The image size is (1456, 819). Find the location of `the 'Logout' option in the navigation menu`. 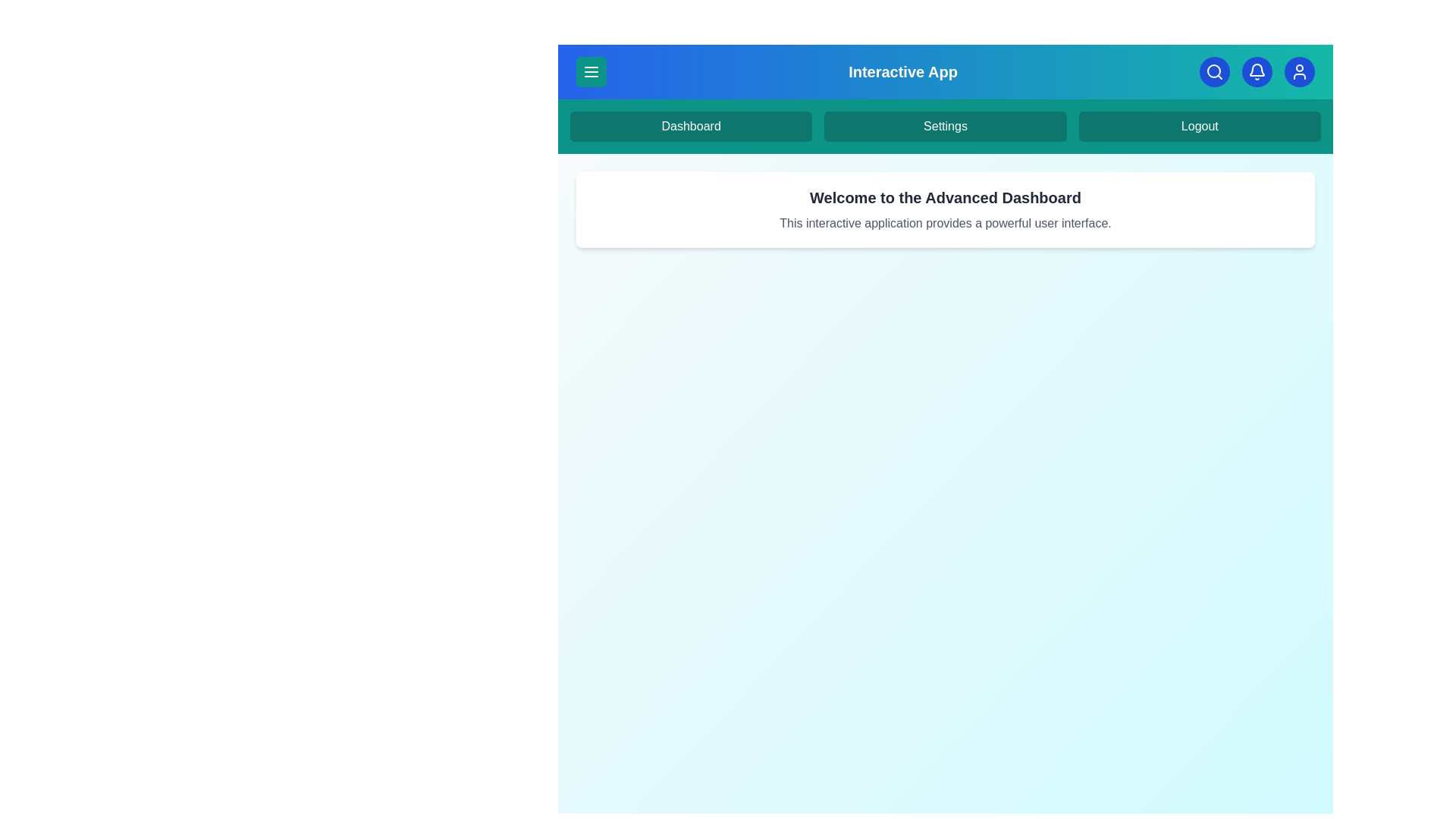

the 'Logout' option in the navigation menu is located at coordinates (1199, 125).